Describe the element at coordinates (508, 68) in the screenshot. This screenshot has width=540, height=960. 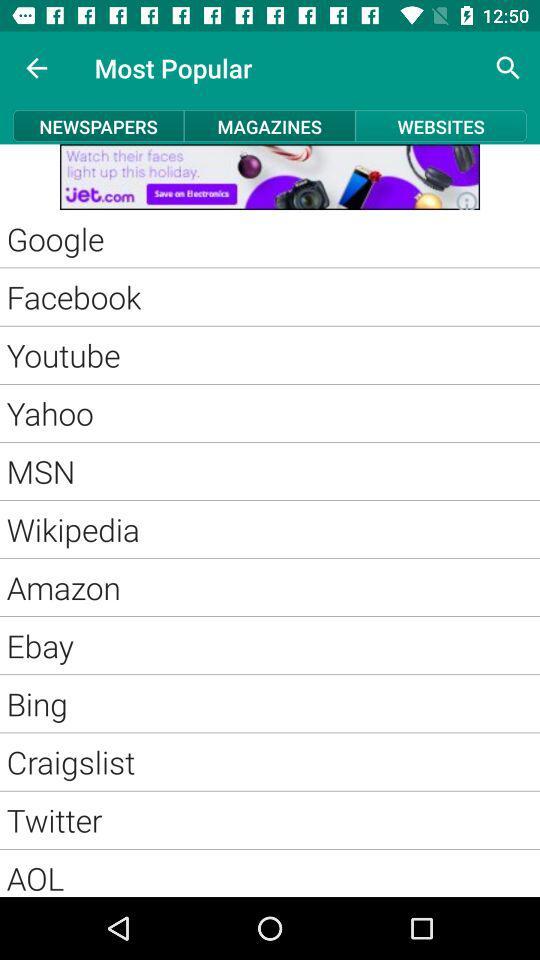
I see `start to search` at that location.